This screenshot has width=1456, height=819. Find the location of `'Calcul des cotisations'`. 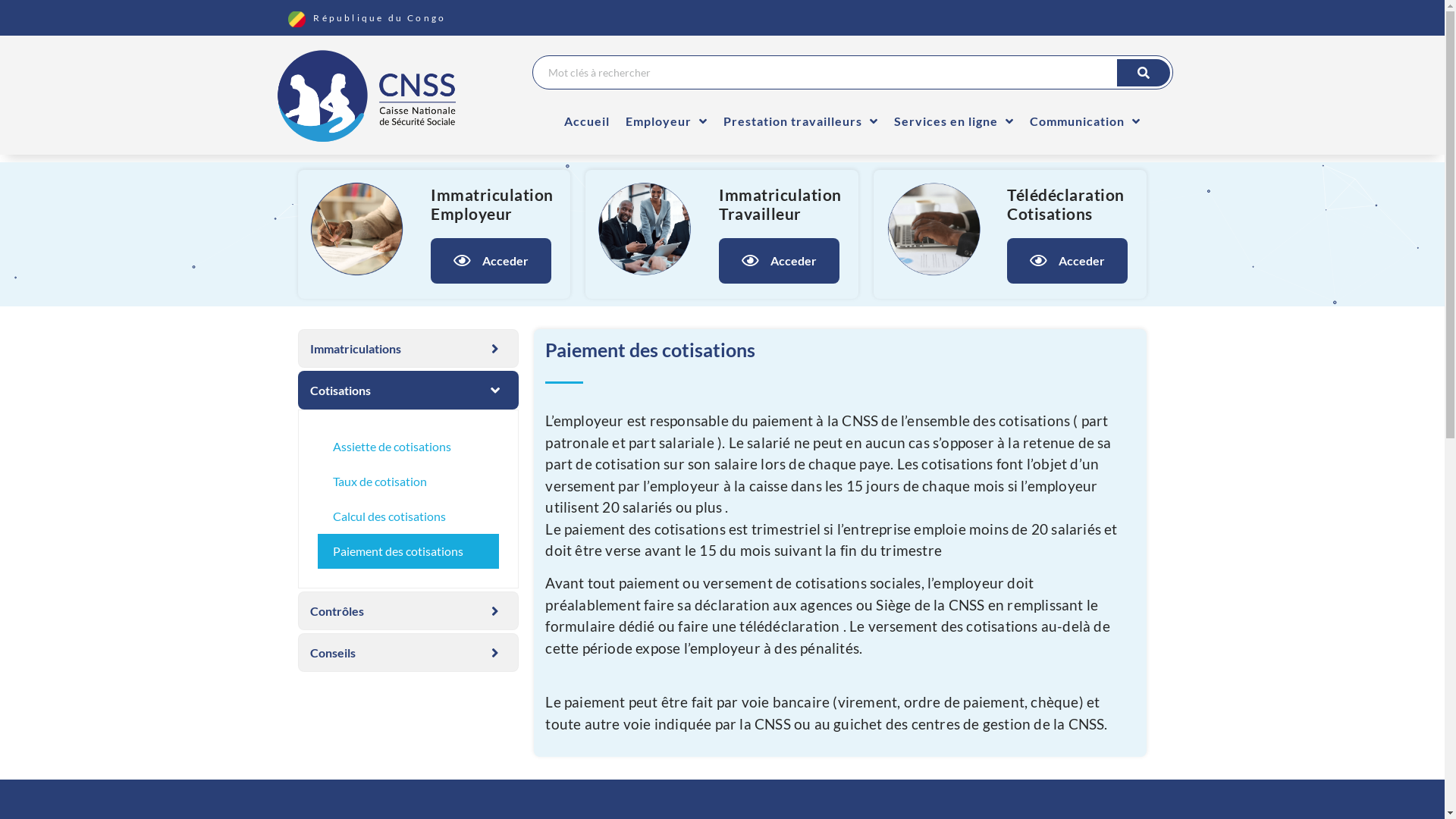

'Calcul des cotisations' is located at coordinates (407, 516).